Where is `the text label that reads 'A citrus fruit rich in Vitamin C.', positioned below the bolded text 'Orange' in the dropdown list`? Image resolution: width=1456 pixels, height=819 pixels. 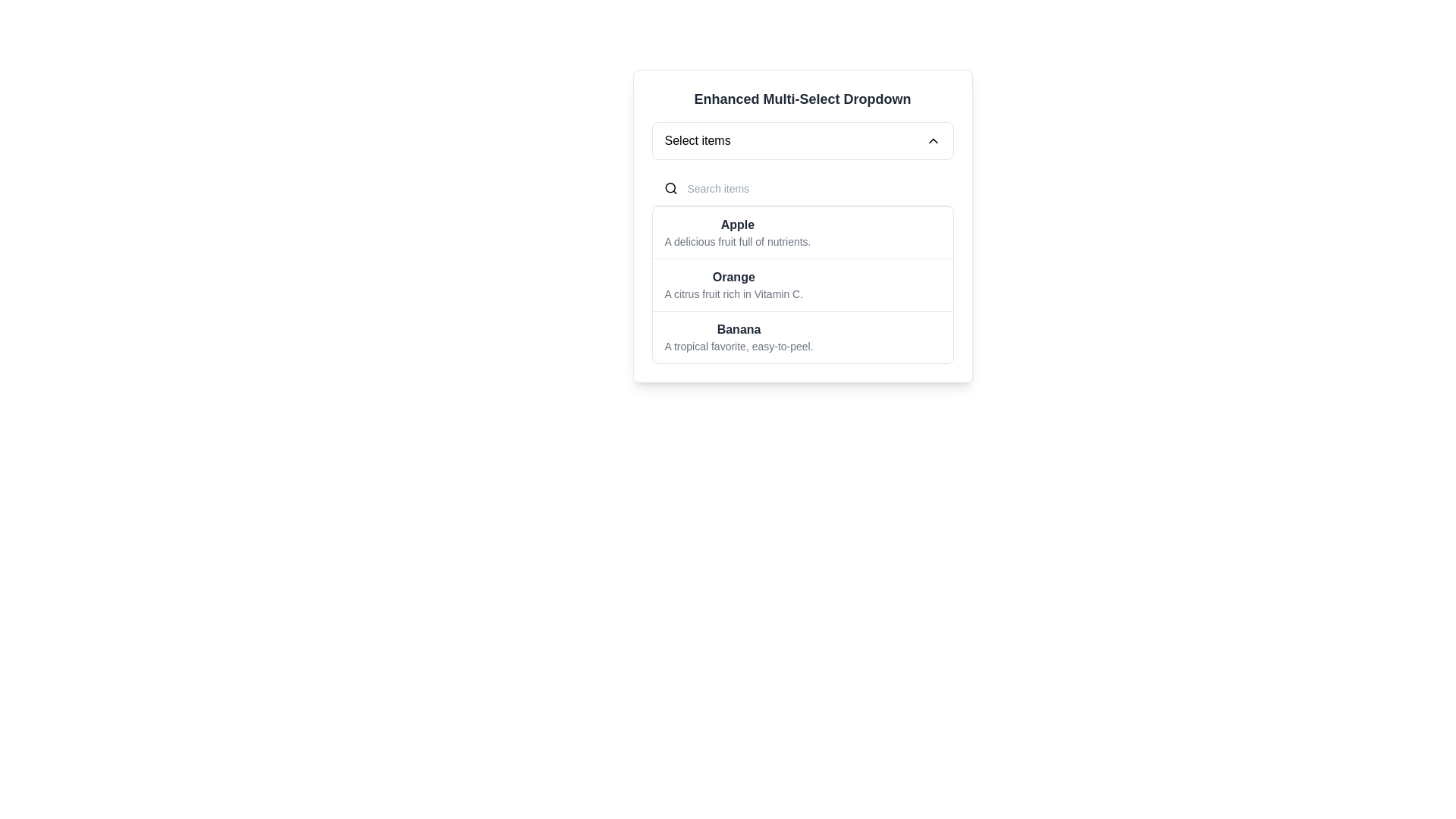
the text label that reads 'A citrus fruit rich in Vitamin C.', positioned below the bolded text 'Orange' in the dropdown list is located at coordinates (733, 294).